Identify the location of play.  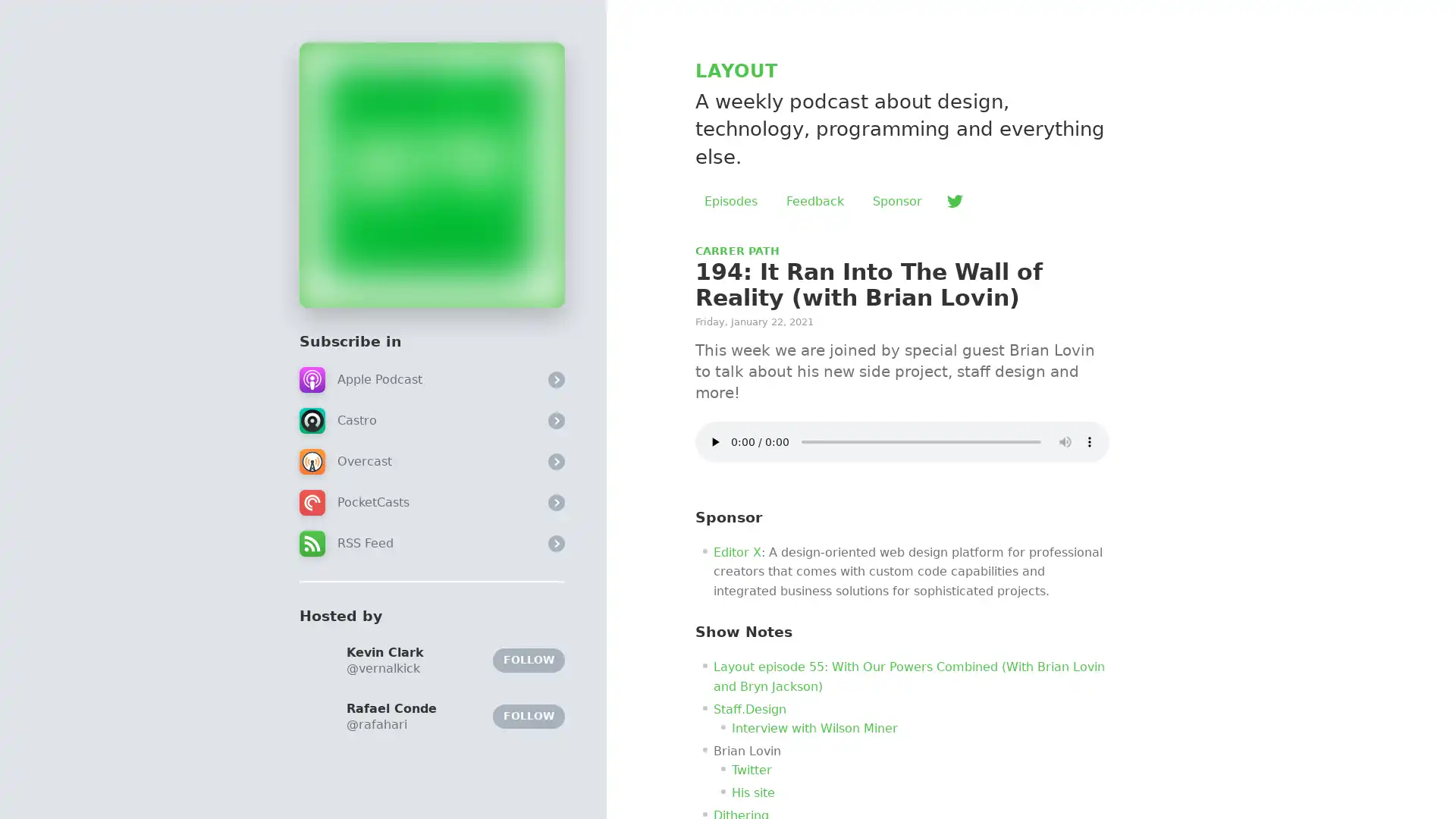
(714, 441).